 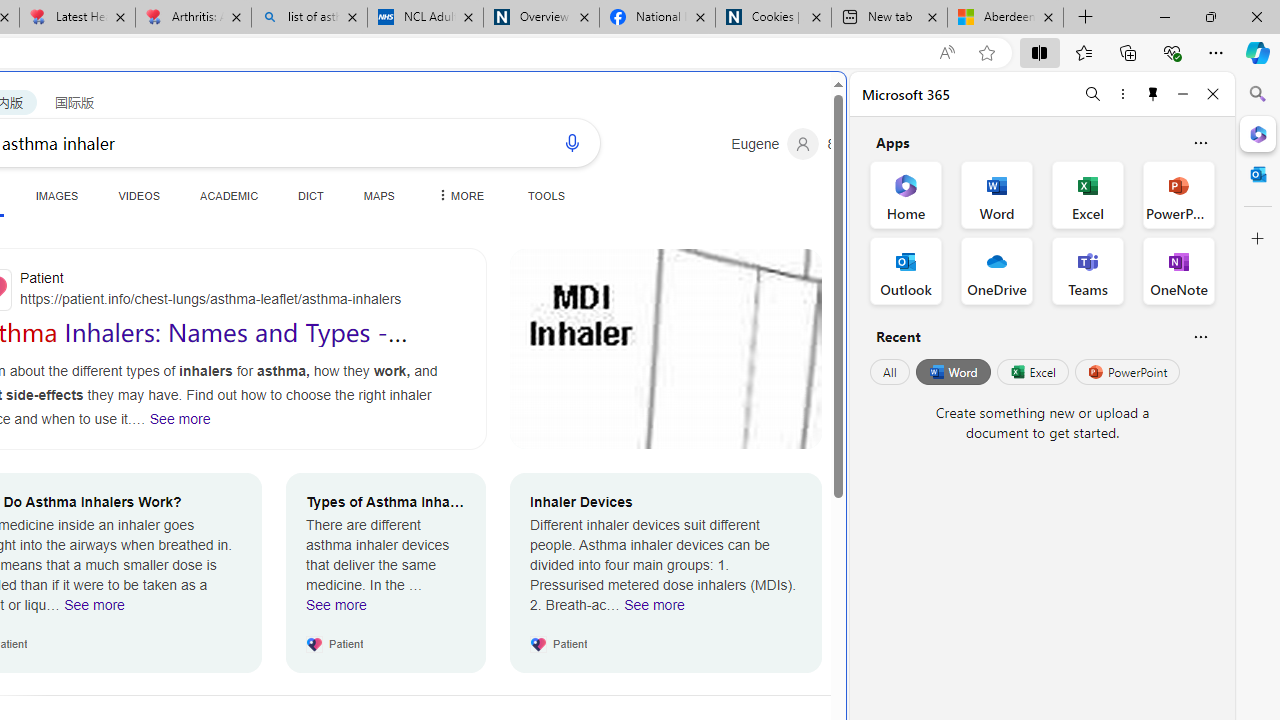 What do you see at coordinates (457, 195) in the screenshot?
I see `'Dropdown Menu'` at bounding box center [457, 195].